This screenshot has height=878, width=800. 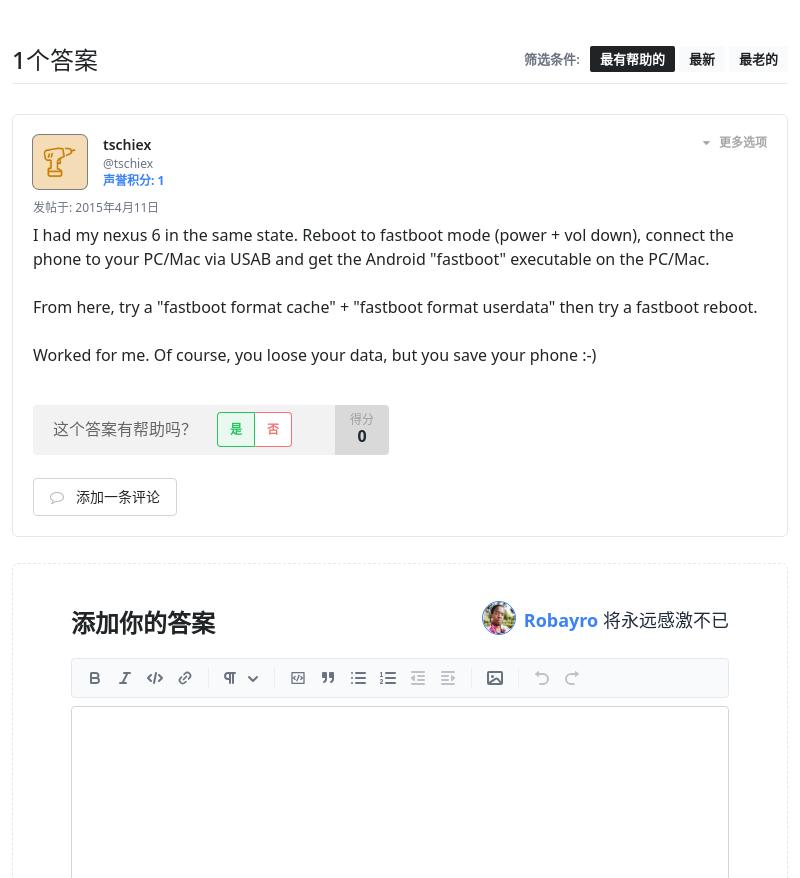 What do you see at coordinates (361, 436) in the screenshot?
I see `'0'` at bounding box center [361, 436].